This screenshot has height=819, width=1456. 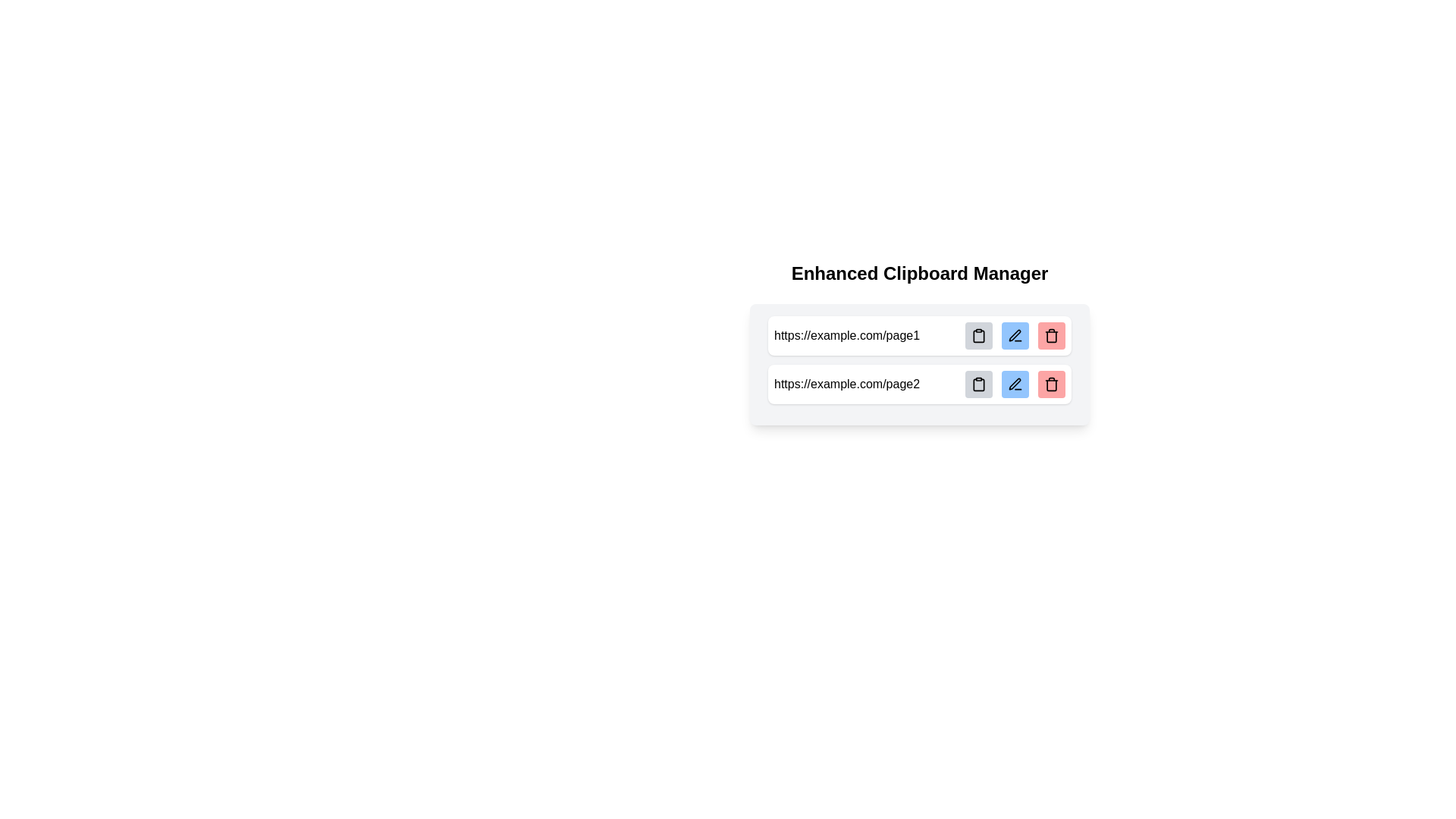 What do you see at coordinates (1051, 335) in the screenshot?
I see `the delete button located on the far right of the second row in the clipboard manager interface` at bounding box center [1051, 335].